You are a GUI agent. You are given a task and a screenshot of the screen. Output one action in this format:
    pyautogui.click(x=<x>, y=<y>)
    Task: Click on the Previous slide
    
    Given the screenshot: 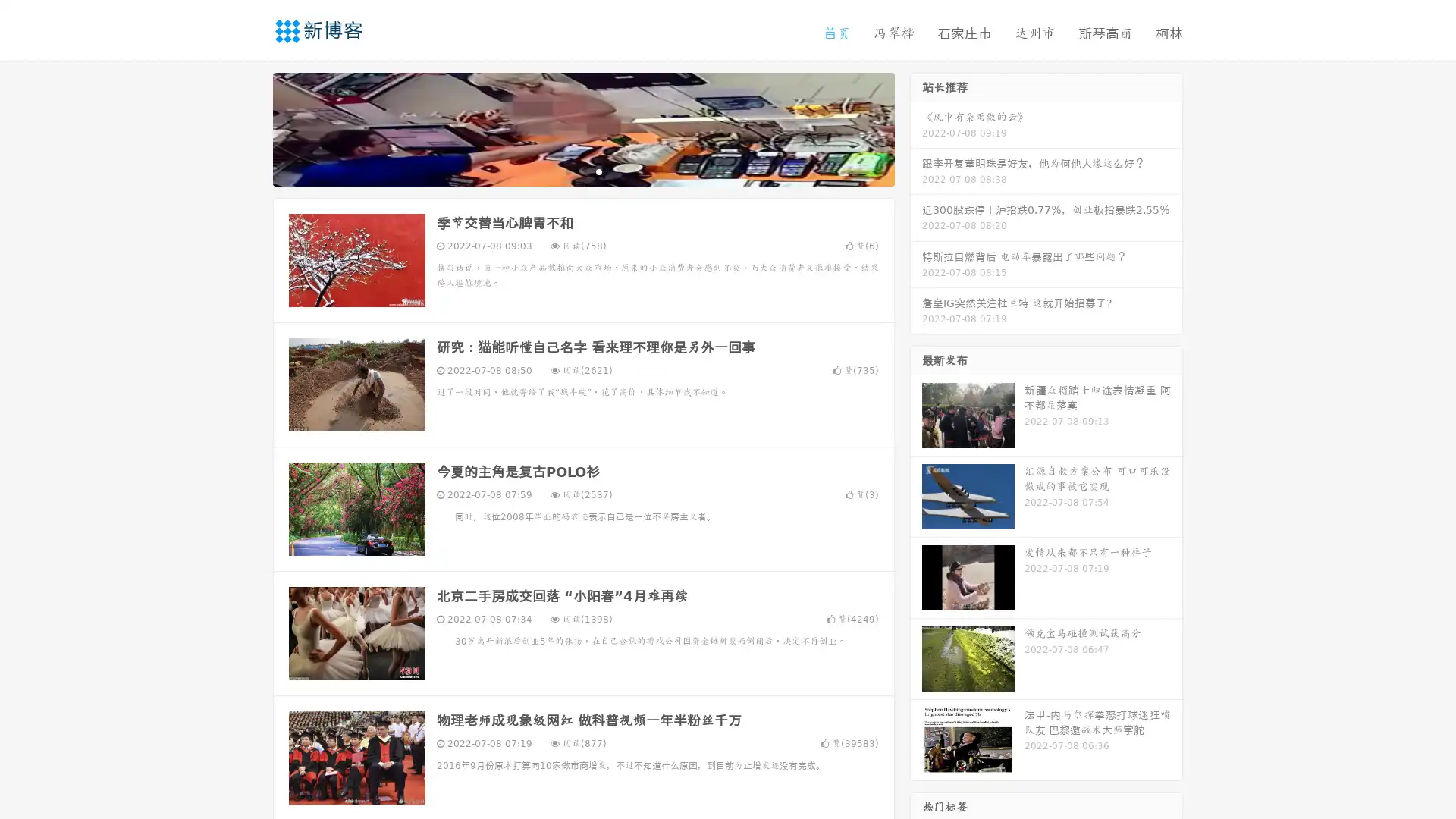 What is the action you would take?
    pyautogui.click(x=250, y=127)
    